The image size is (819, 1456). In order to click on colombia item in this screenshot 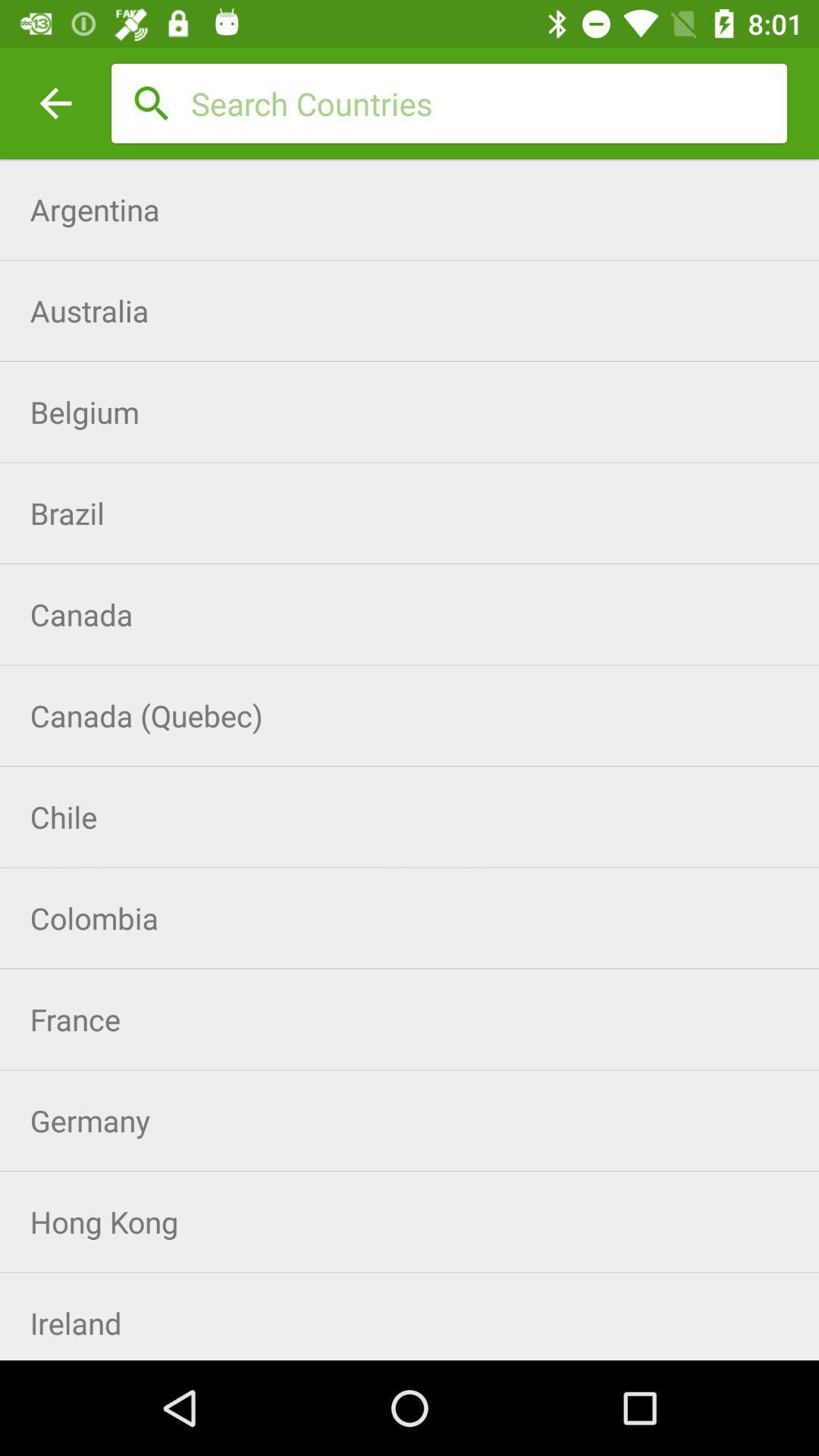, I will do `click(409, 917)`.